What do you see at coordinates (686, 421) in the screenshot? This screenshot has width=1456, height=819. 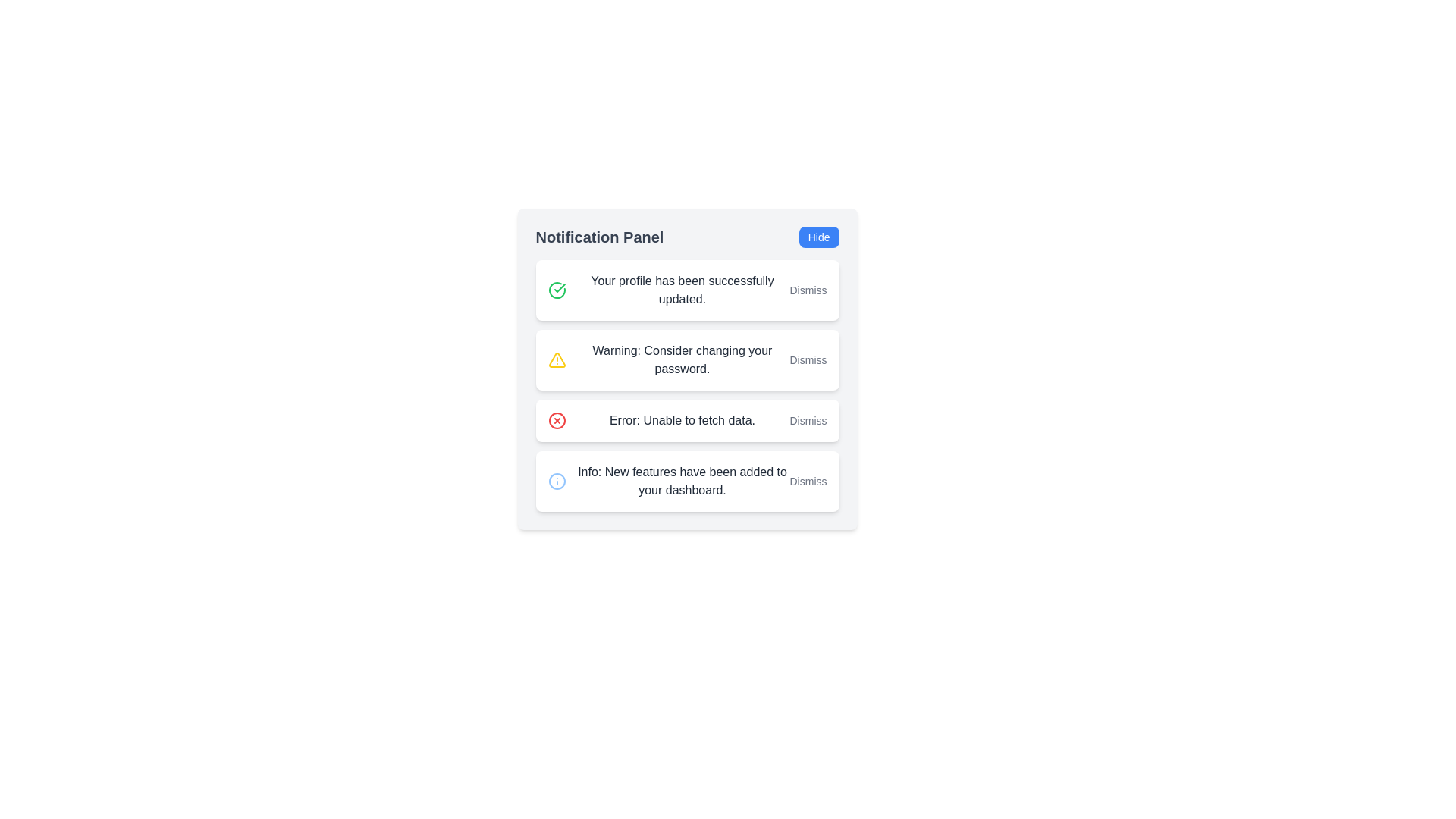 I see `the Notification alert box that displays the error message 'Error: Unable to fetch data.' and includes a 'Dismiss' link` at bounding box center [686, 421].